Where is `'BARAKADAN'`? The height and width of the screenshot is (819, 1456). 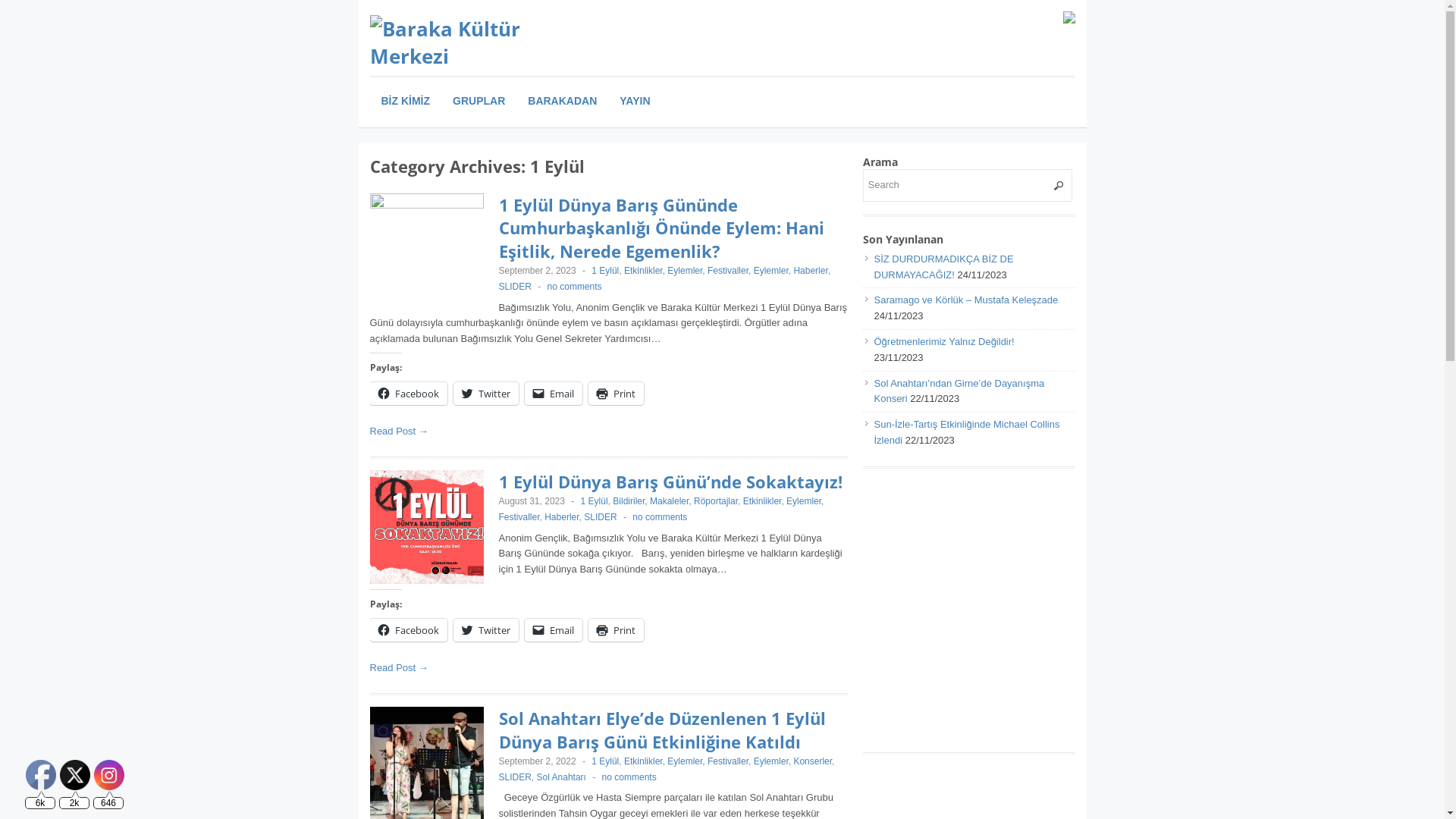
'BARAKADAN' is located at coordinates (561, 100).